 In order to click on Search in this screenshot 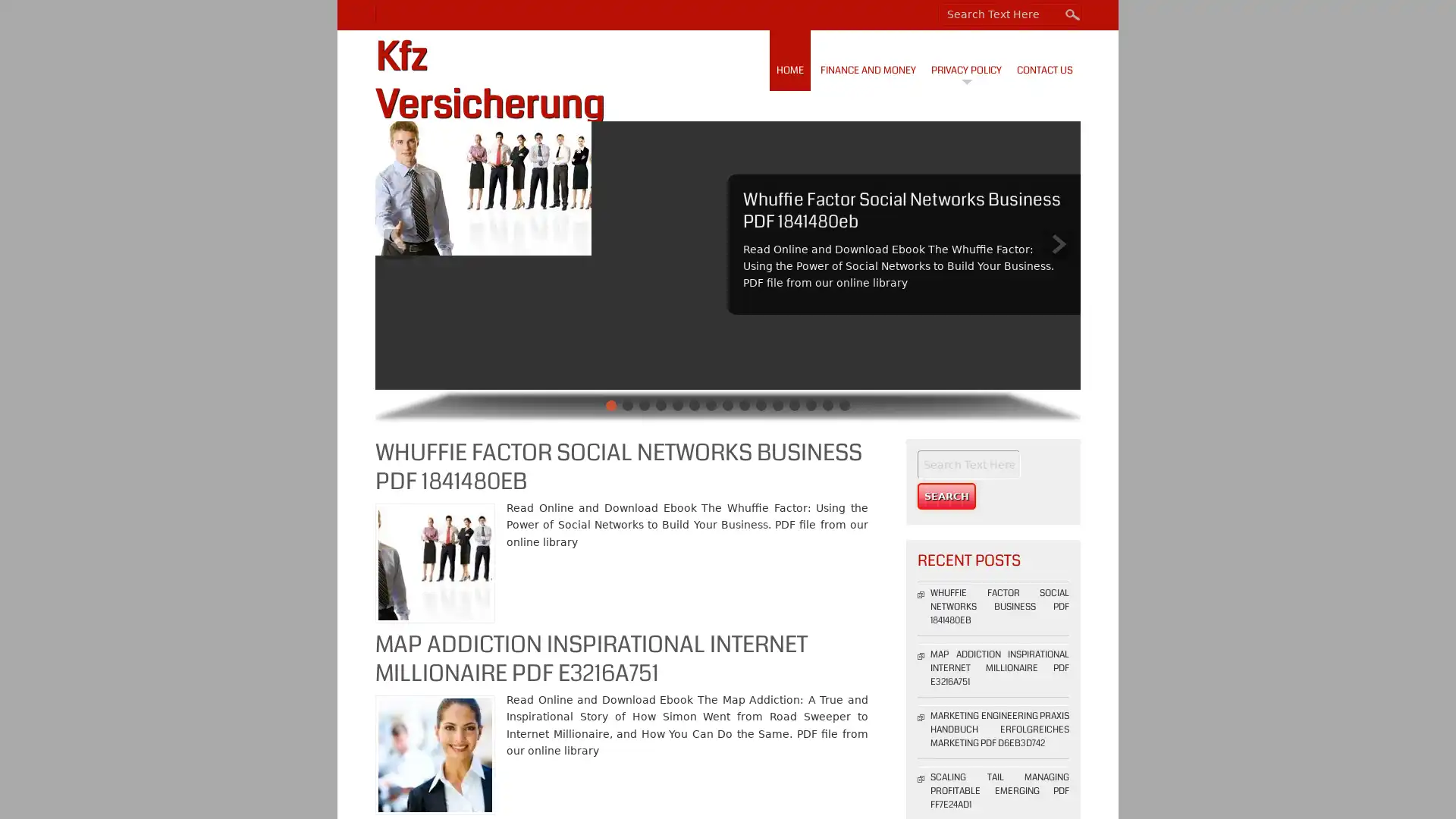, I will do `click(946, 496)`.